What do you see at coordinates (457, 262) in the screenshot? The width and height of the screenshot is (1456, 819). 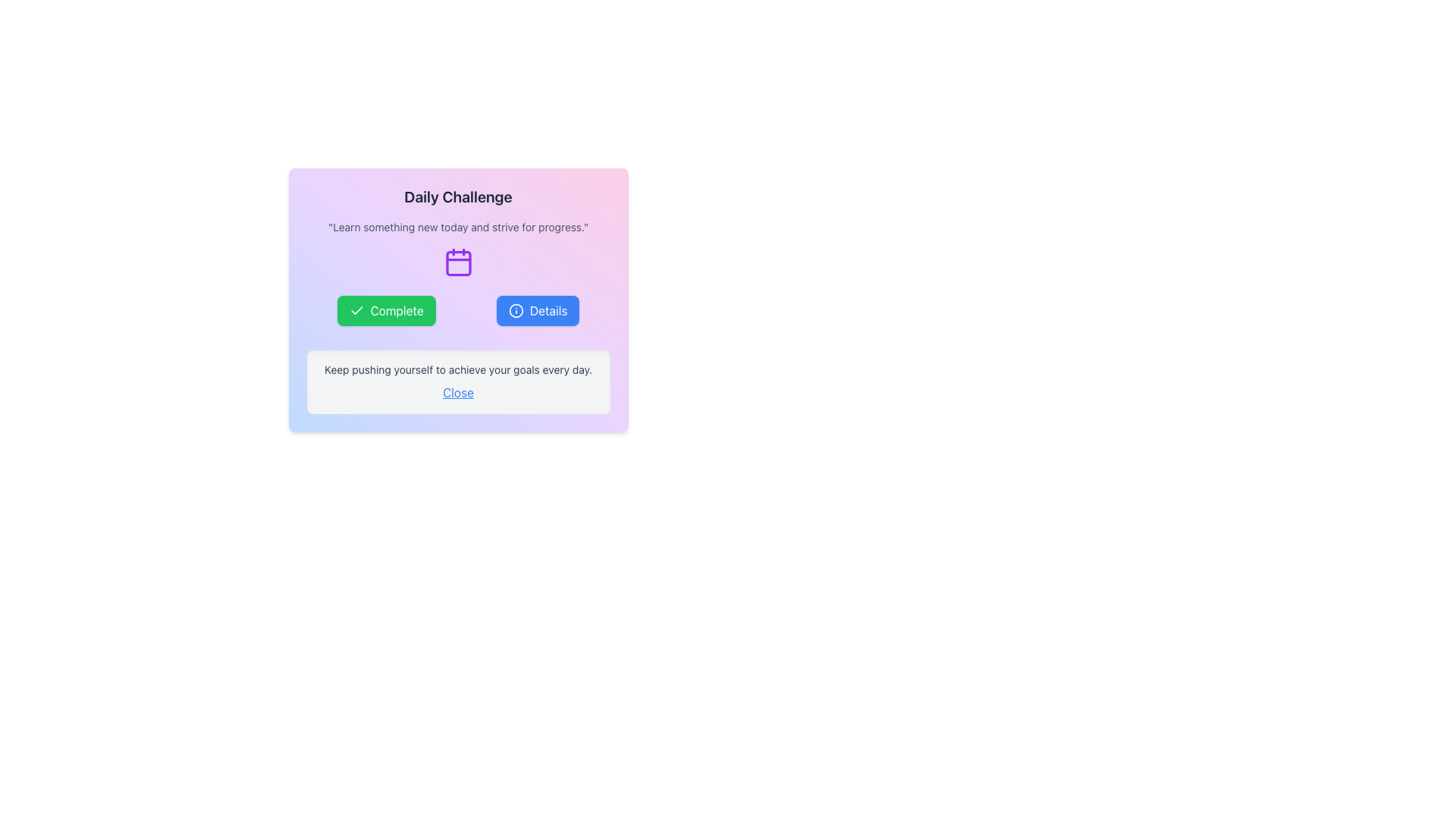 I see `the centered purple calendar icon located between the subtitle 'Learn something new today and strive for progress.' and the buttons 'Complete' and 'Details'` at bounding box center [457, 262].